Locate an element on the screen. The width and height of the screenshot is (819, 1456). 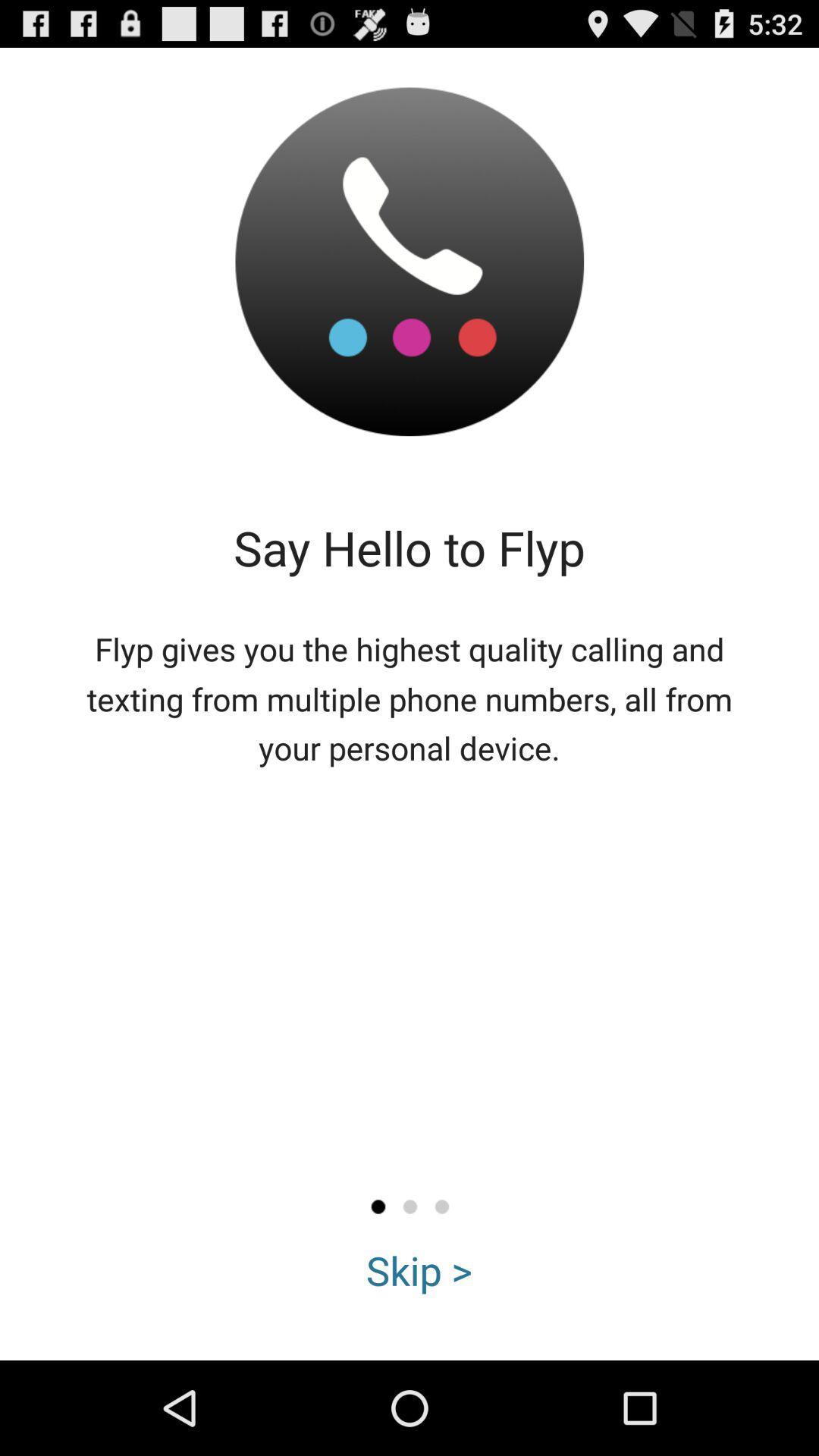
the skip > is located at coordinates (419, 1270).